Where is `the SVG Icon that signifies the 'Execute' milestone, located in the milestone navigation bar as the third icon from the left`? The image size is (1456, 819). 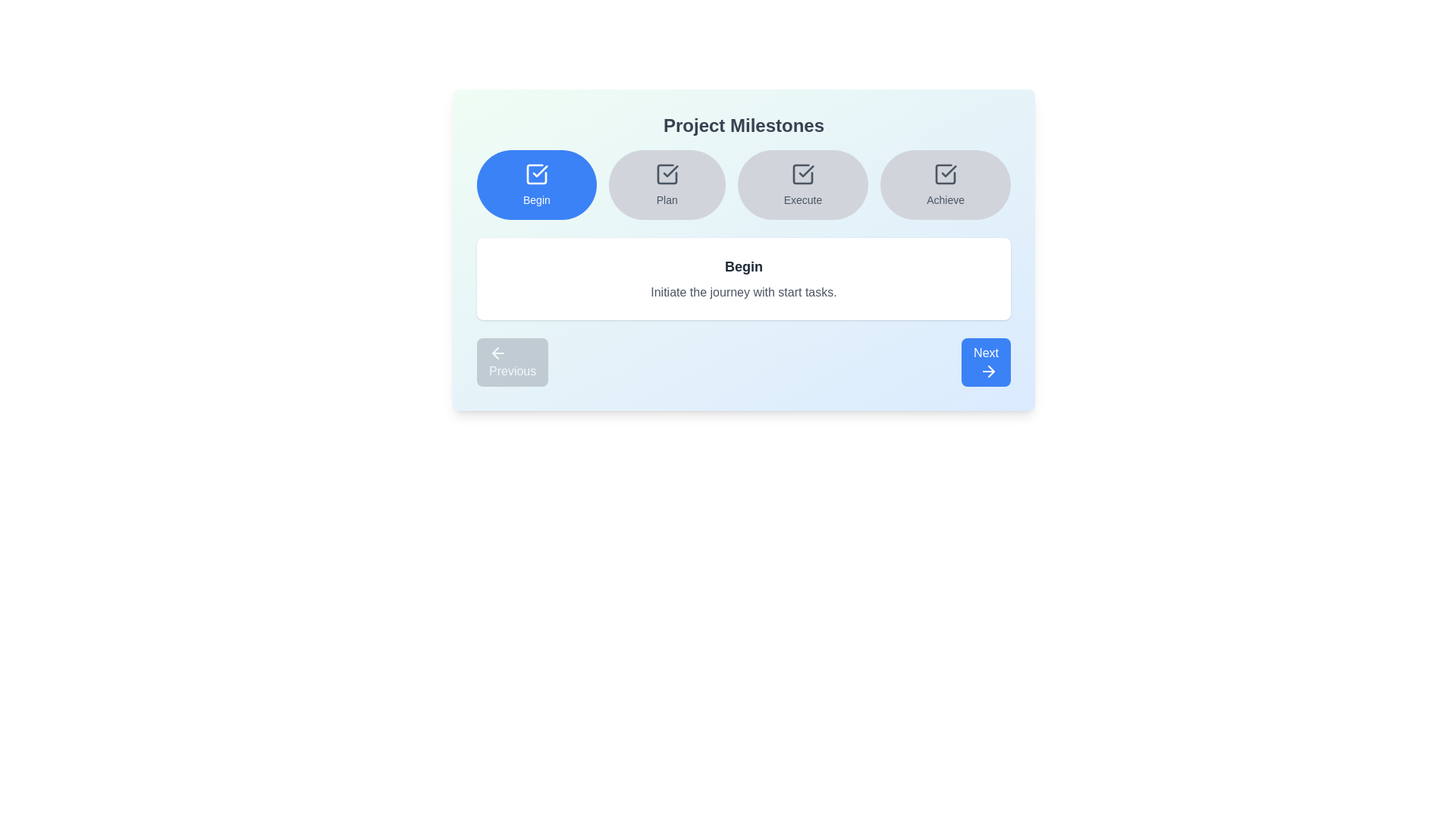
the SVG Icon that signifies the 'Execute' milestone, located in the milestone navigation bar as the third icon from the left is located at coordinates (802, 174).